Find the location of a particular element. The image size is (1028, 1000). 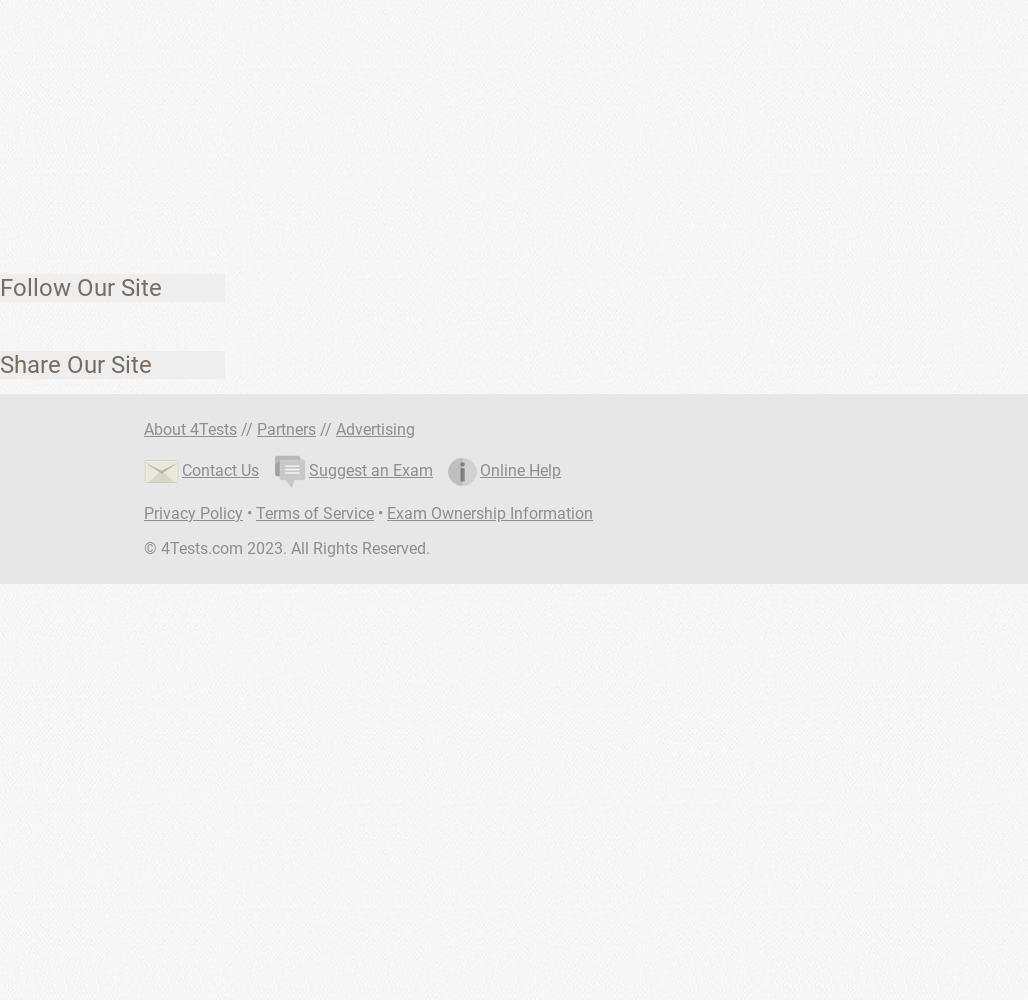

'Suggest an Exam' is located at coordinates (370, 468).